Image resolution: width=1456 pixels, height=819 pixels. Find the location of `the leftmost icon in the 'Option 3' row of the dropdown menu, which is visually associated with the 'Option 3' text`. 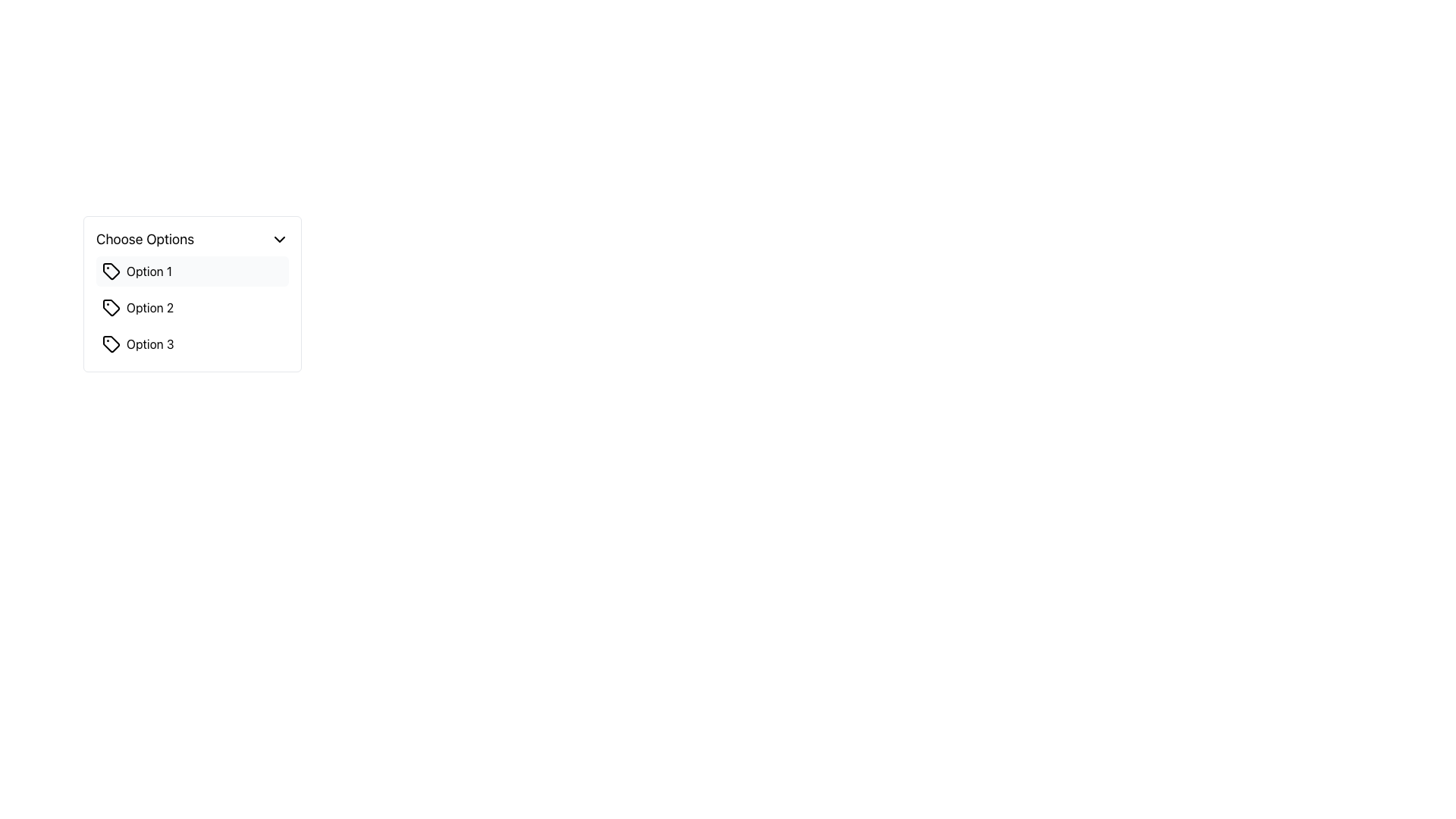

the leftmost icon in the 'Option 3' row of the dropdown menu, which is visually associated with the 'Option 3' text is located at coordinates (111, 344).